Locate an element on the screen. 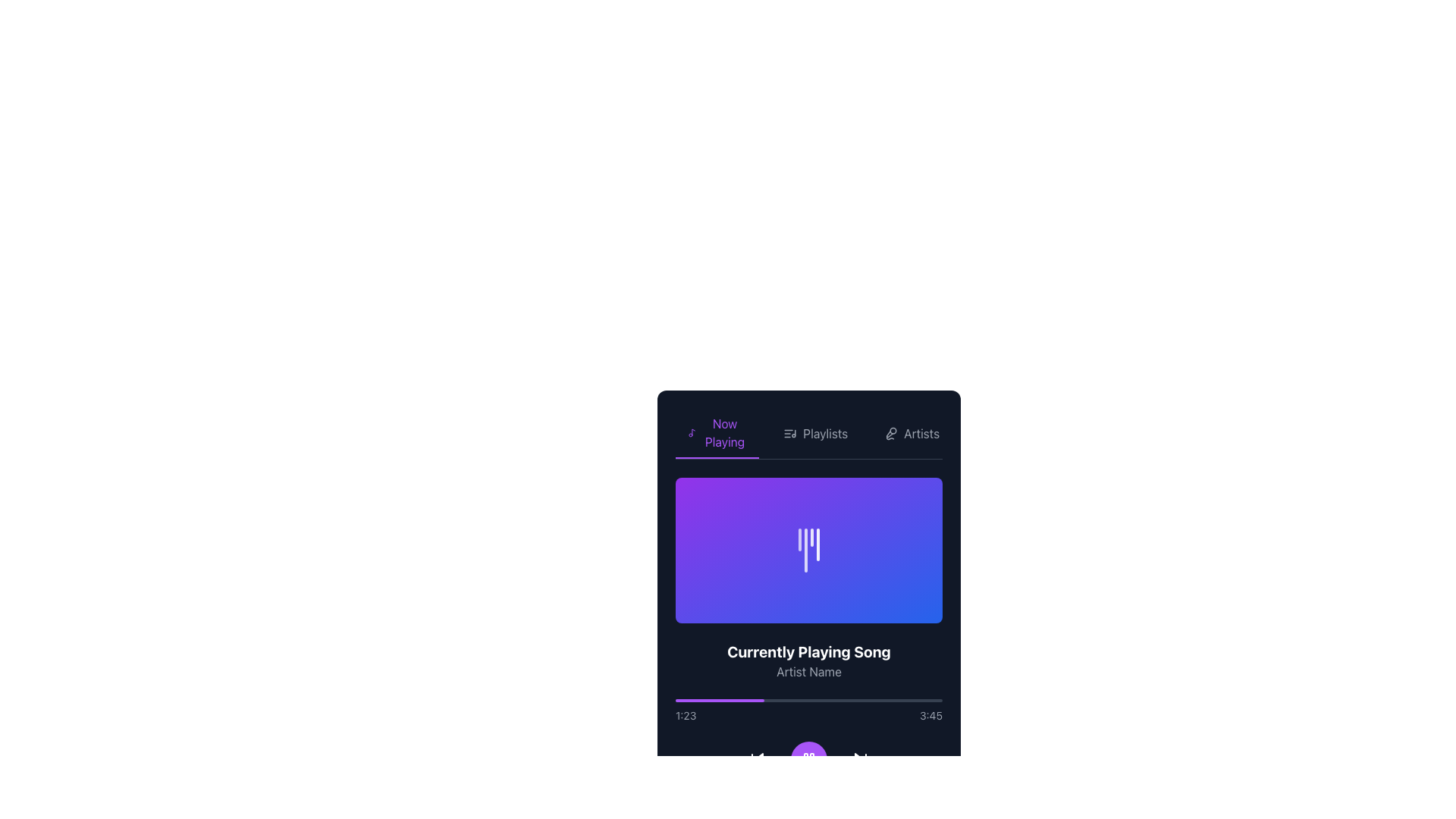 This screenshot has width=1456, height=819. the progress bar located below the 'Currently Playing Song' section to change the playback position is located at coordinates (808, 711).